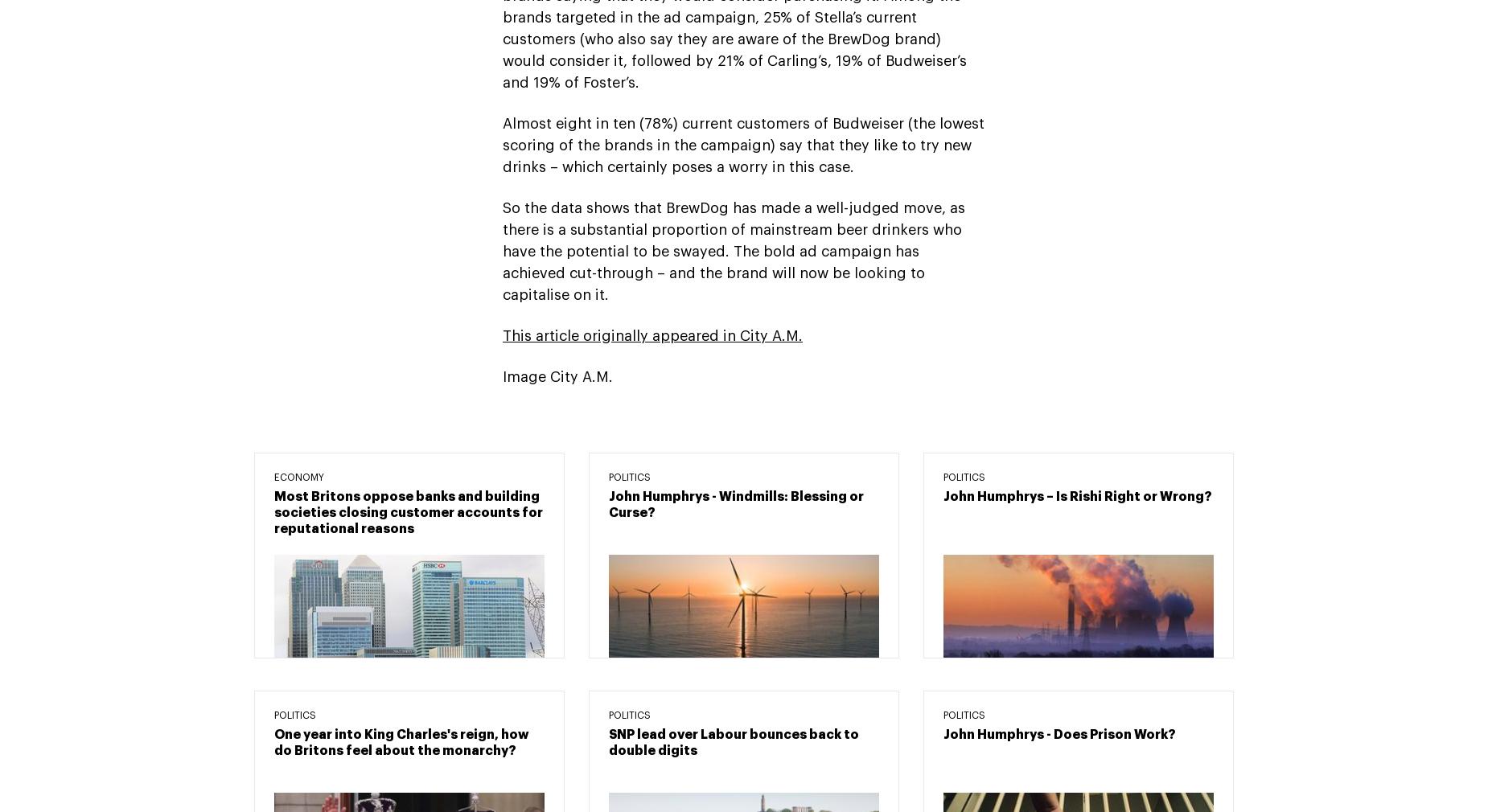 The width and height of the screenshot is (1488, 812). I want to click on 'Almost eight in ten (78%) current customers of Budweiser (the lowest scoring of the brands in the campaign) say that they like to try new drinks – which certainly poses a worry in this case.', so click(502, 143).